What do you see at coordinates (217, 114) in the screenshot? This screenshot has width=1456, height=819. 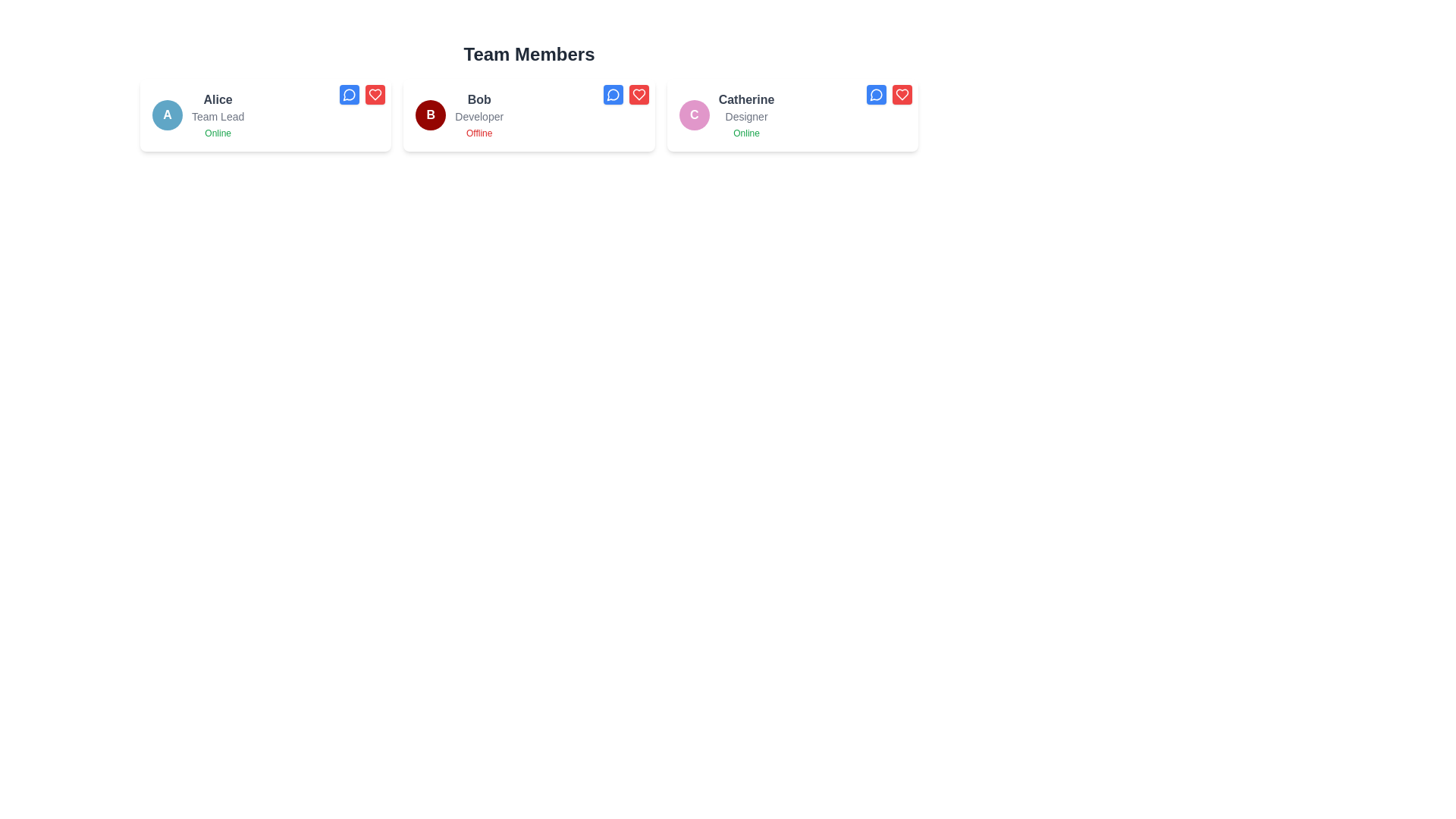 I see `information from the descriptive text block that displays the user's name, role, and status, located in the leftmost team member card next to the circle 'A' icon` at bounding box center [217, 114].